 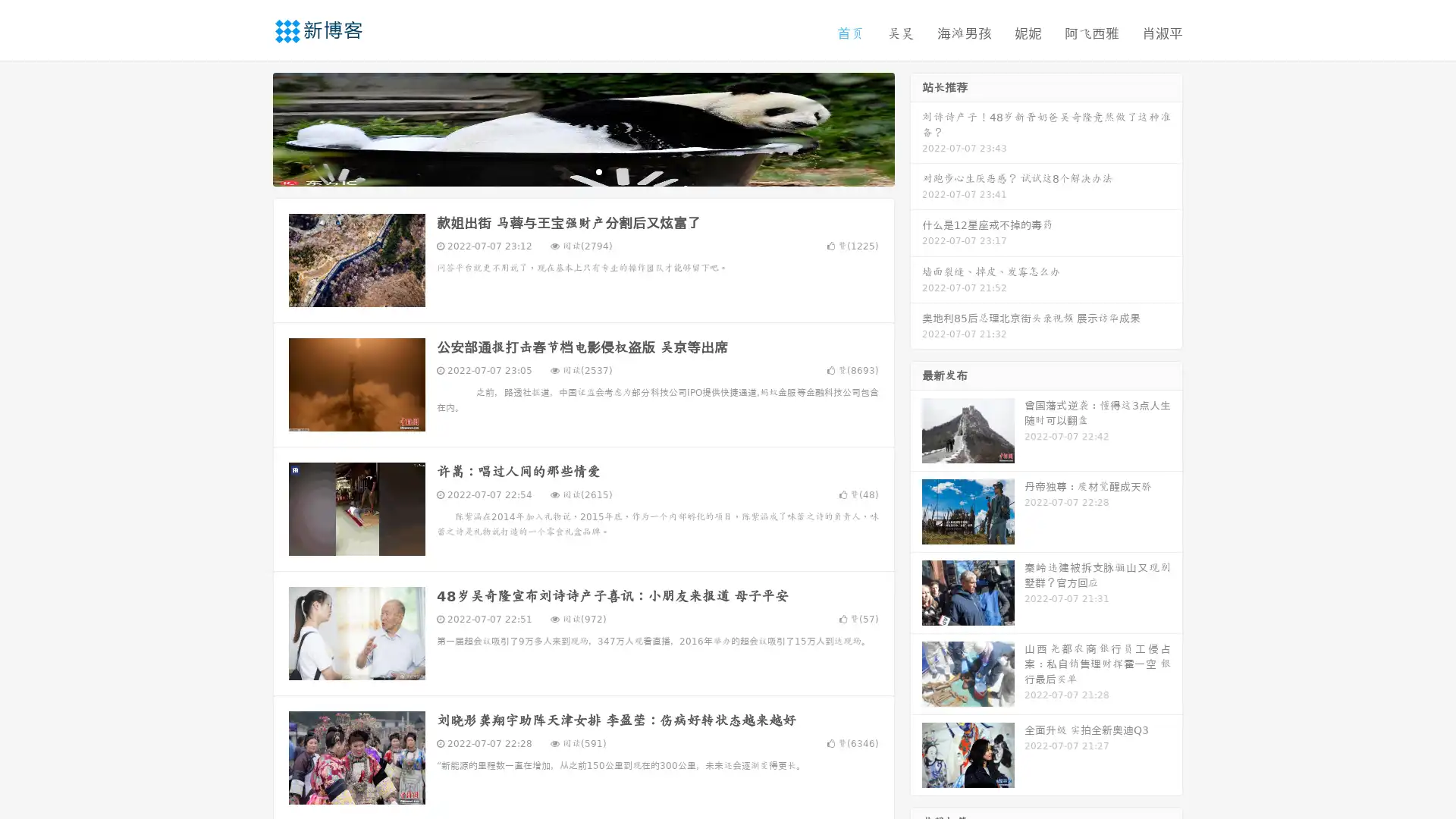 I want to click on Next slide, so click(x=916, y=127).